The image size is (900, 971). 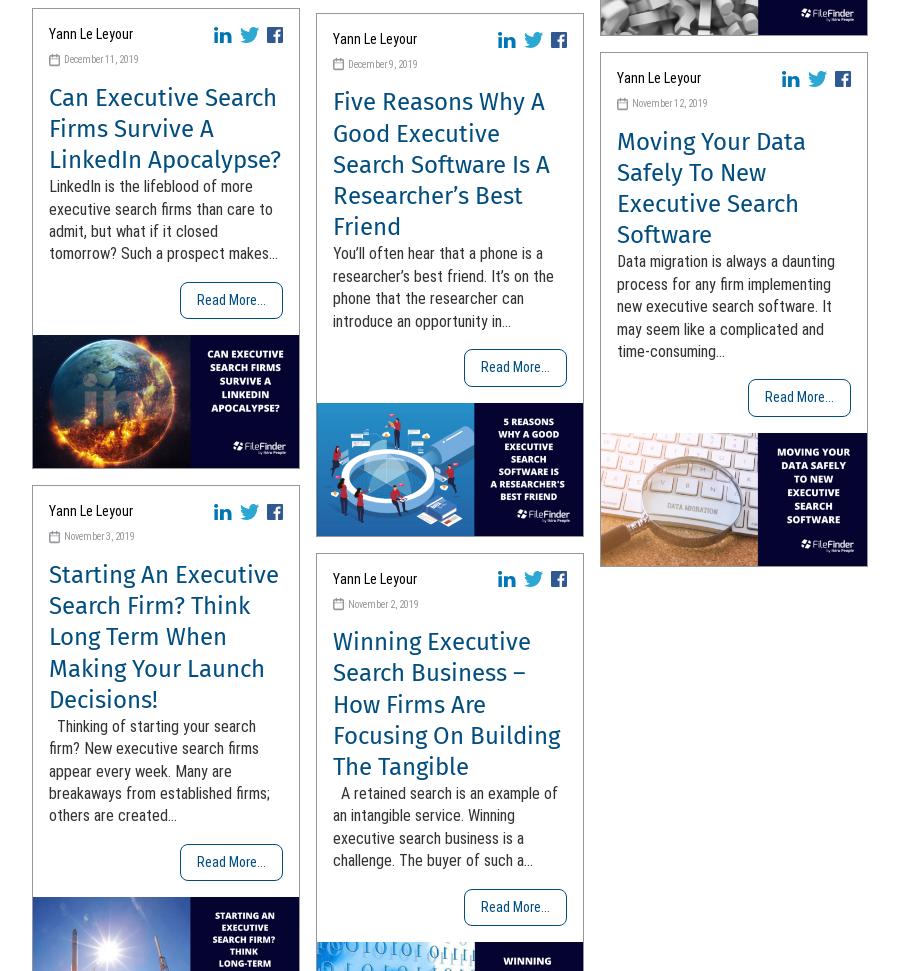 What do you see at coordinates (159, 770) in the screenshot?
I see `'Thinking of starting your search firm? New executive search firms appear every week. Many are breakaways from established firms; others are created...'` at bounding box center [159, 770].